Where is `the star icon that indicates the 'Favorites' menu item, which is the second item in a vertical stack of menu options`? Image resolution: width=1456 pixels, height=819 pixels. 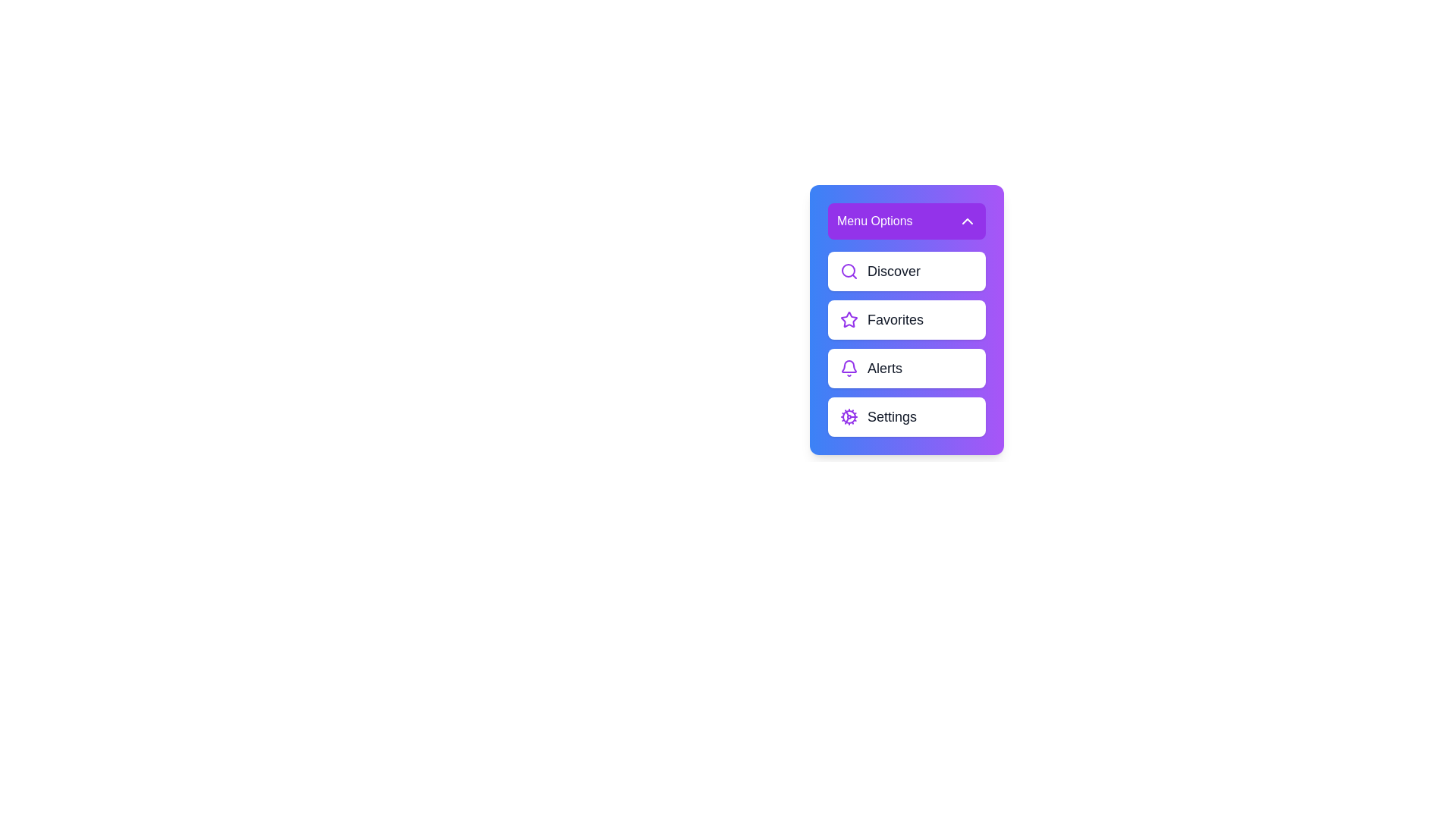 the star icon that indicates the 'Favorites' menu item, which is the second item in a vertical stack of menu options is located at coordinates (847, 318).